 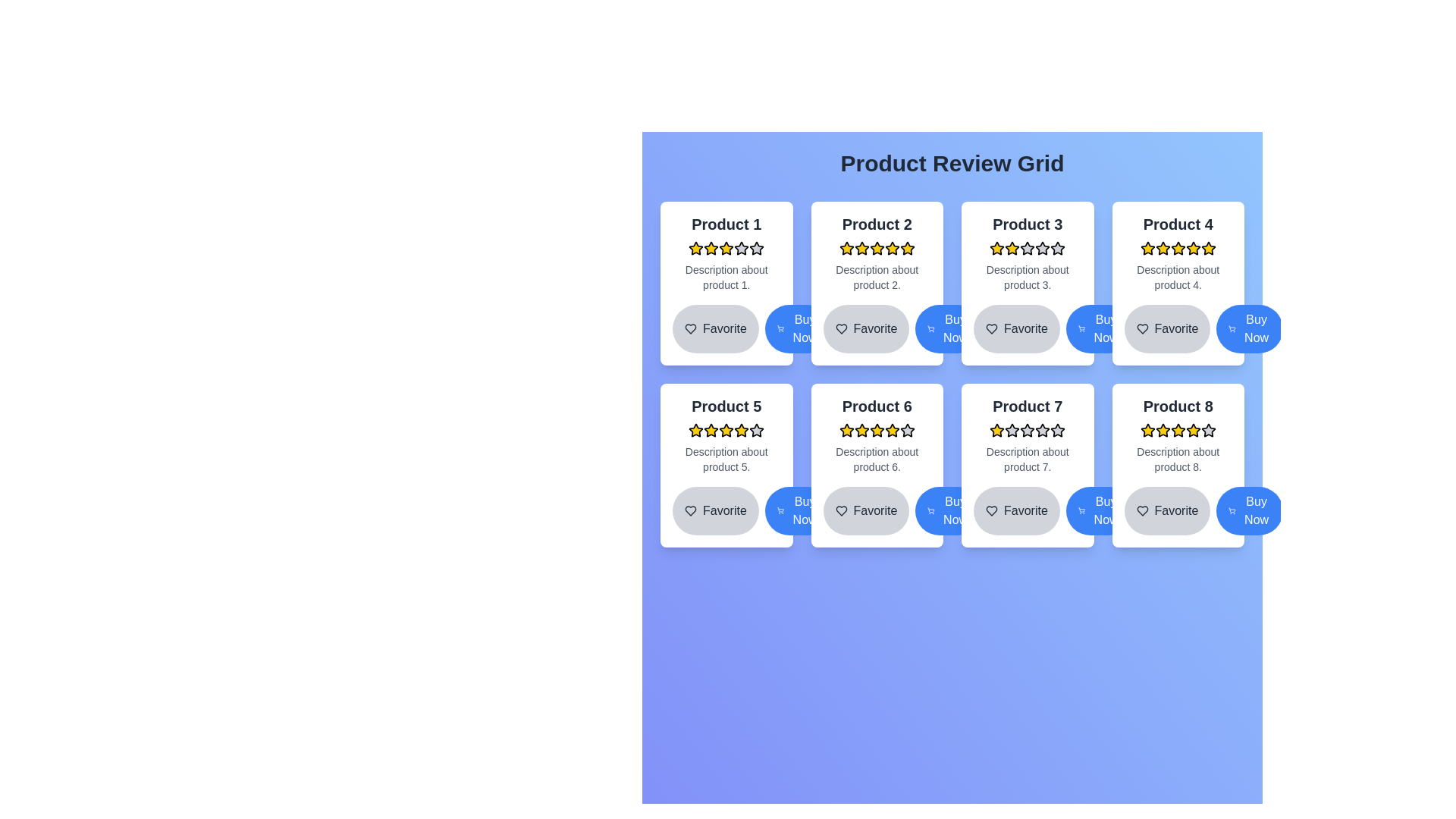 I want to click on the yellow star-shaped rating icon located in the fourth row under the card labeled 'Product 8', which is the first star from the left, so click(x=1147, y=430).